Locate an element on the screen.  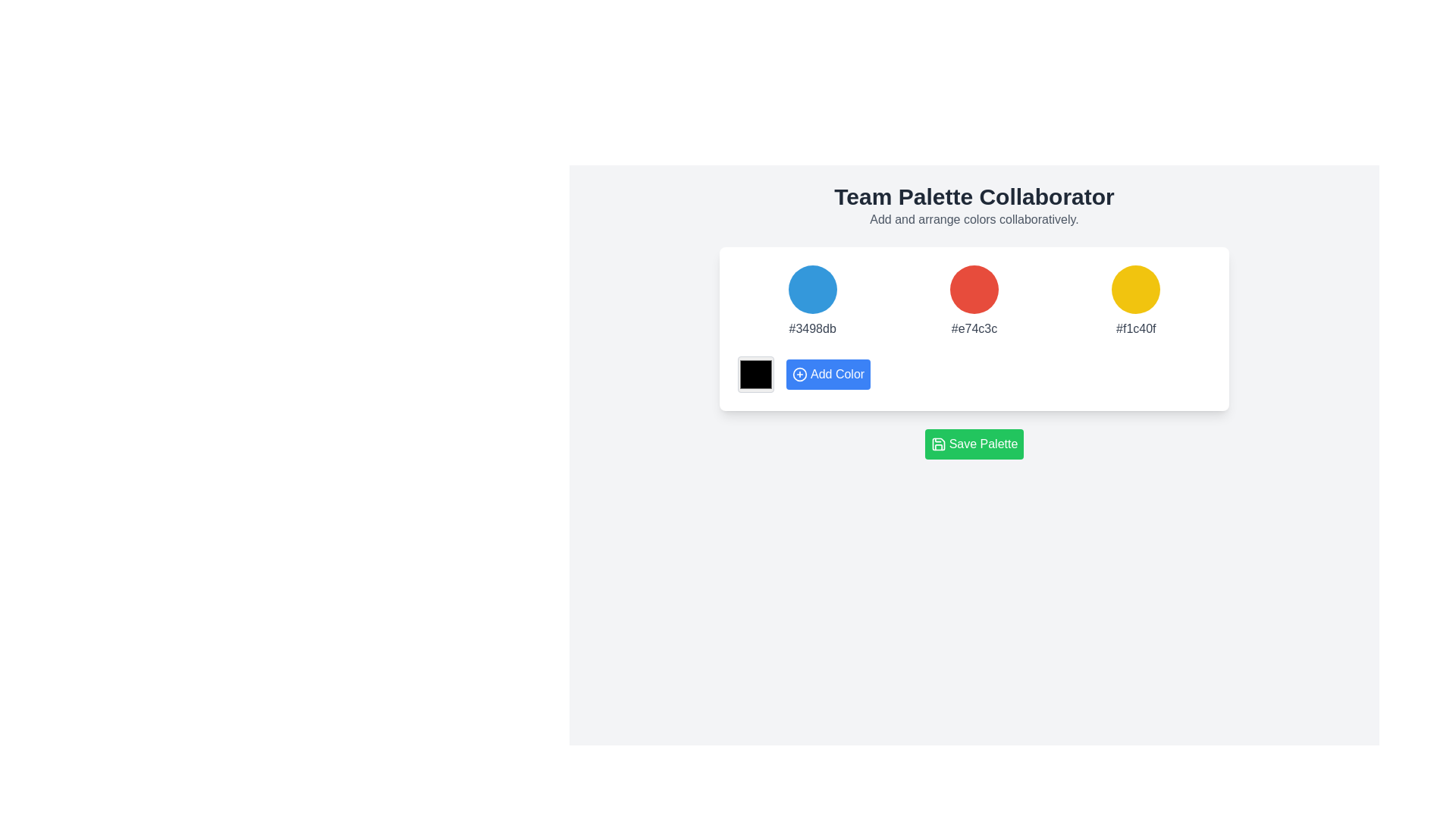
the green button with a white save icon labeled 'Save Palette' located at the bottom center of the card layout is located at coordinates (937, 444).